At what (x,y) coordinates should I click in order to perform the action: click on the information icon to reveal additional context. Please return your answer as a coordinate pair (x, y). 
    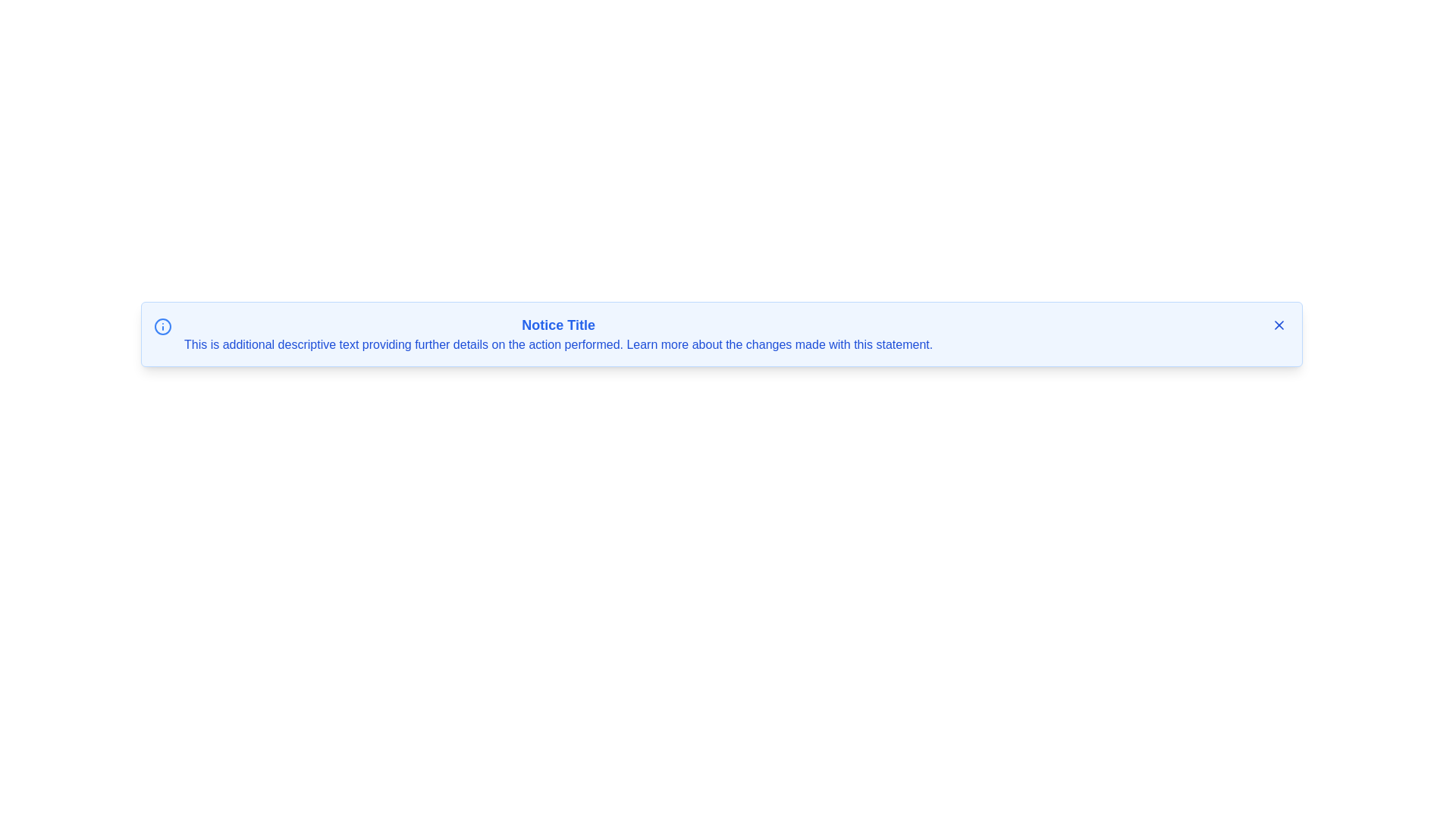
    Looking at the image, I should click on (163, 326).